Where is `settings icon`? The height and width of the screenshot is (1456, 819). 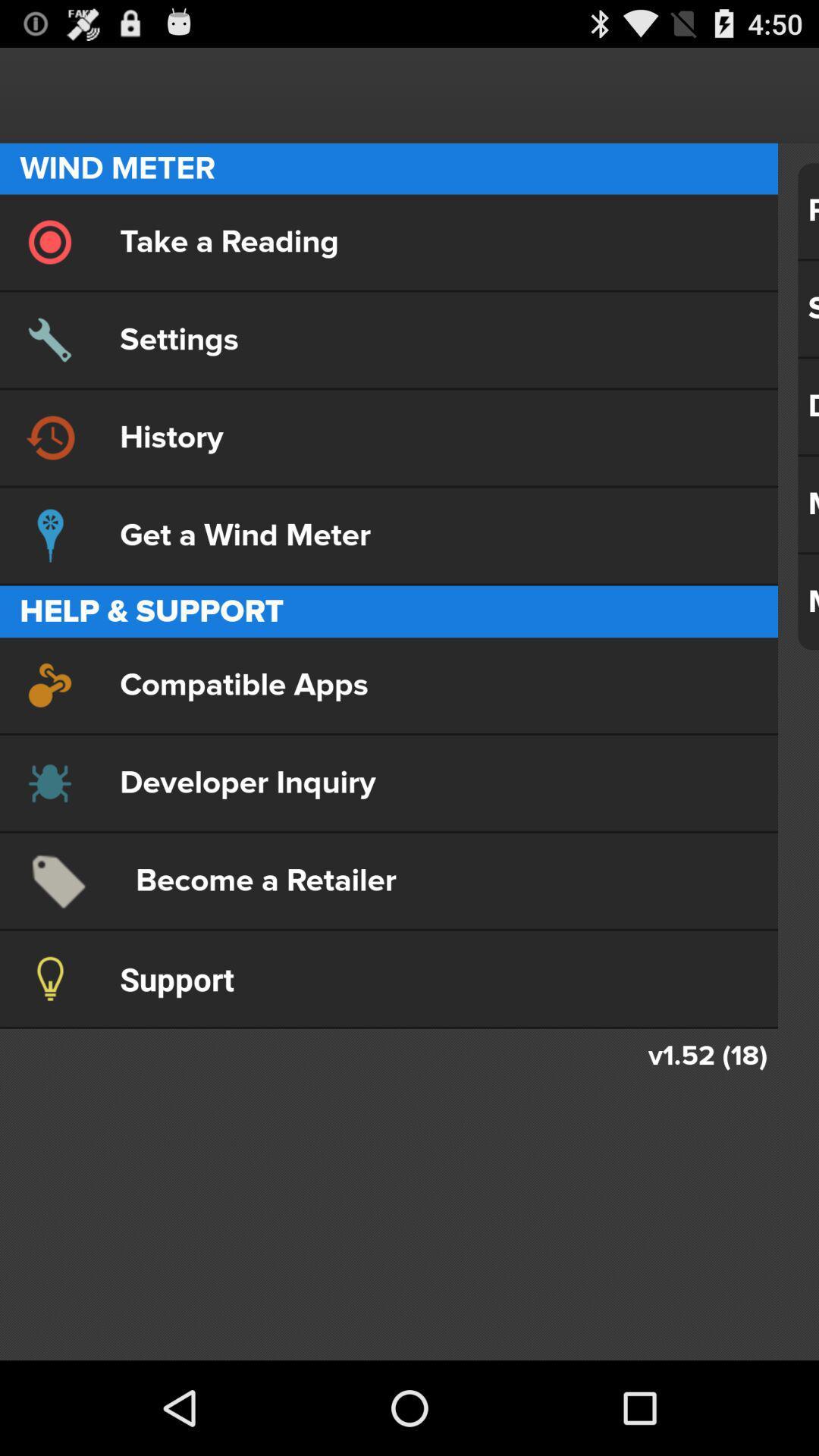
settings icon is located at coordinates (388, 339).